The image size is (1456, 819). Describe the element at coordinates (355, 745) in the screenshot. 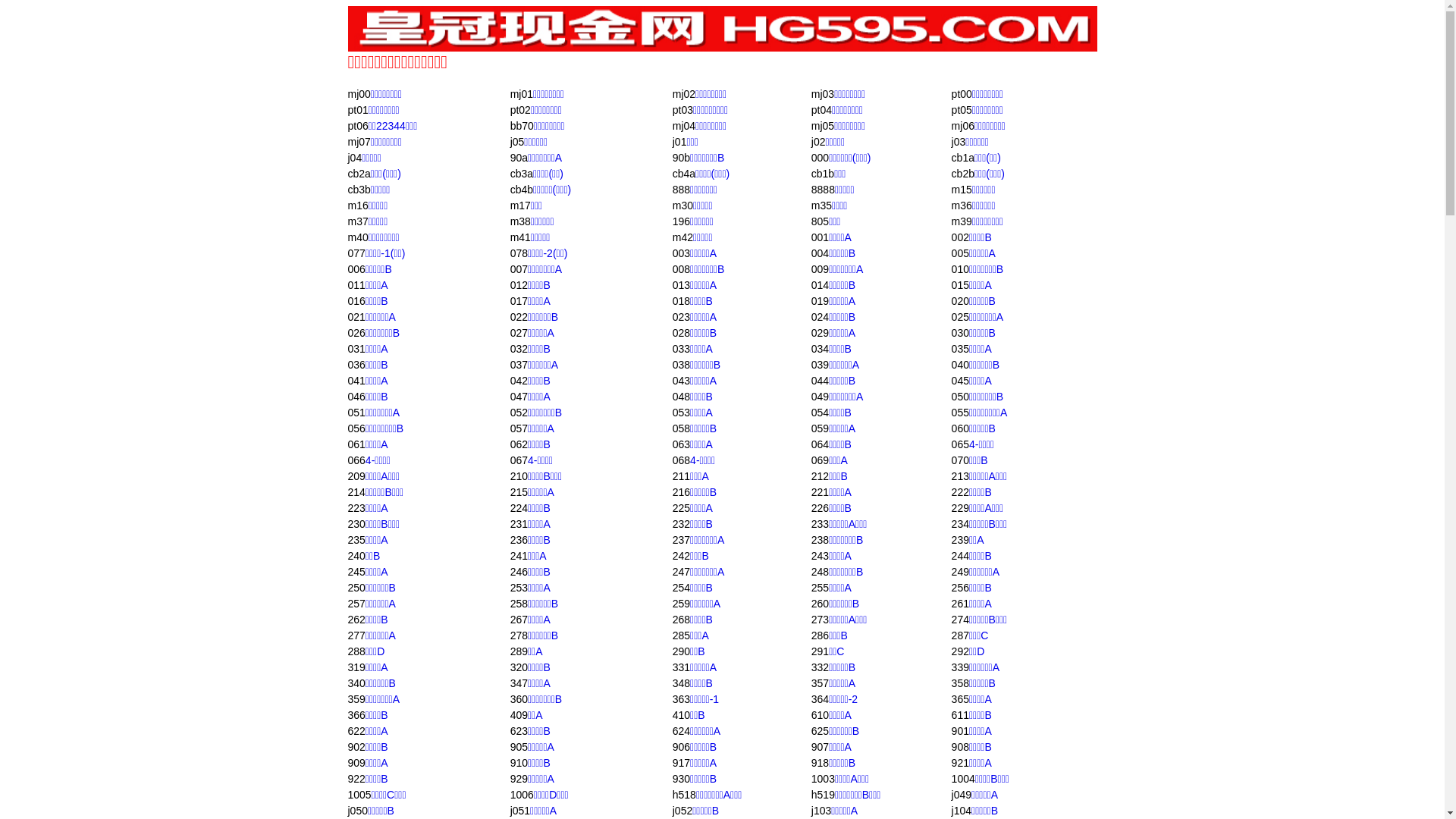

I see `'902'` at that location.